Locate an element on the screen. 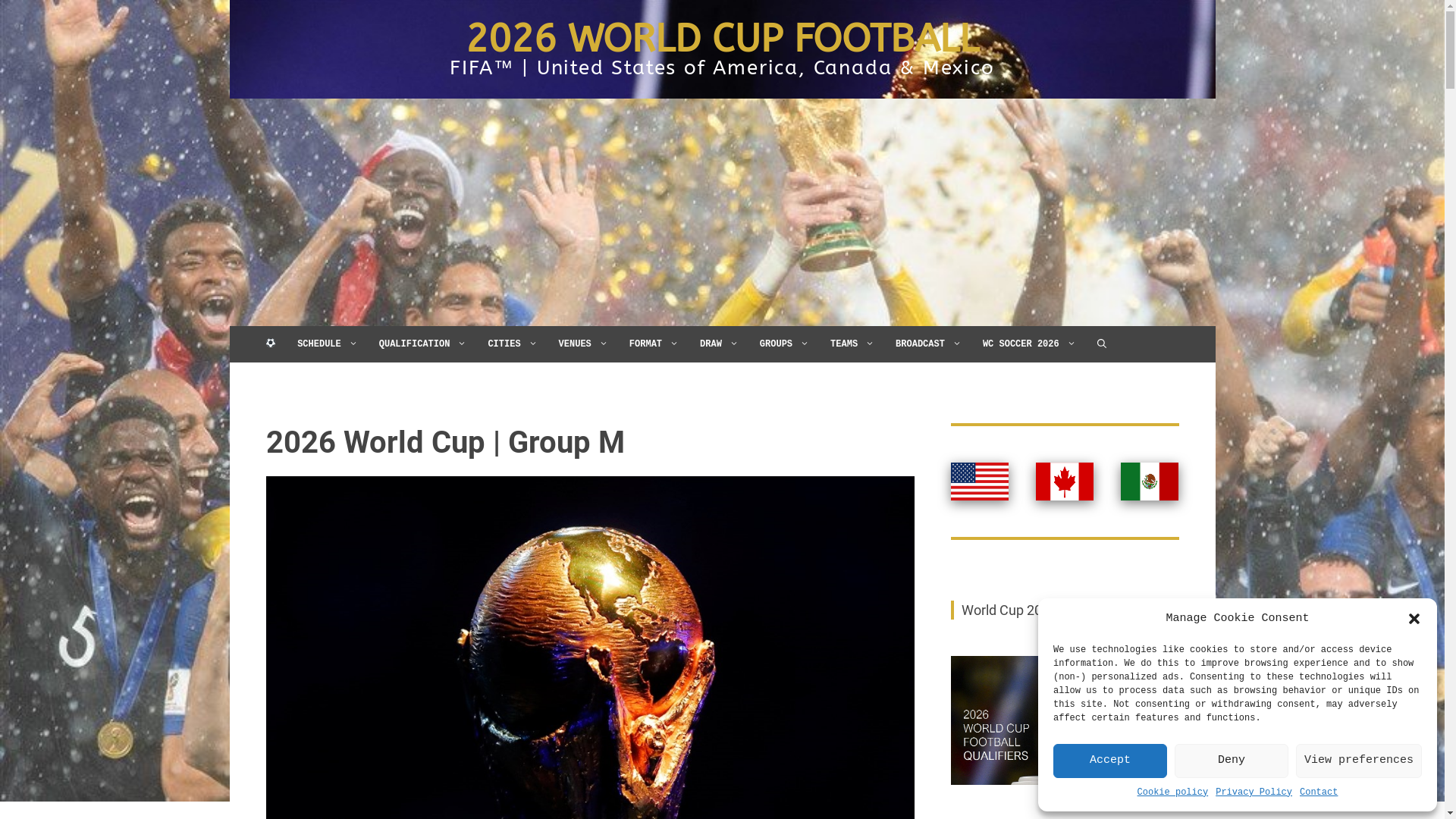 The width and height of the screenshot is (1456, 819). '2026 World Cup Football Qualification' is located at coordinates (1064, 719).